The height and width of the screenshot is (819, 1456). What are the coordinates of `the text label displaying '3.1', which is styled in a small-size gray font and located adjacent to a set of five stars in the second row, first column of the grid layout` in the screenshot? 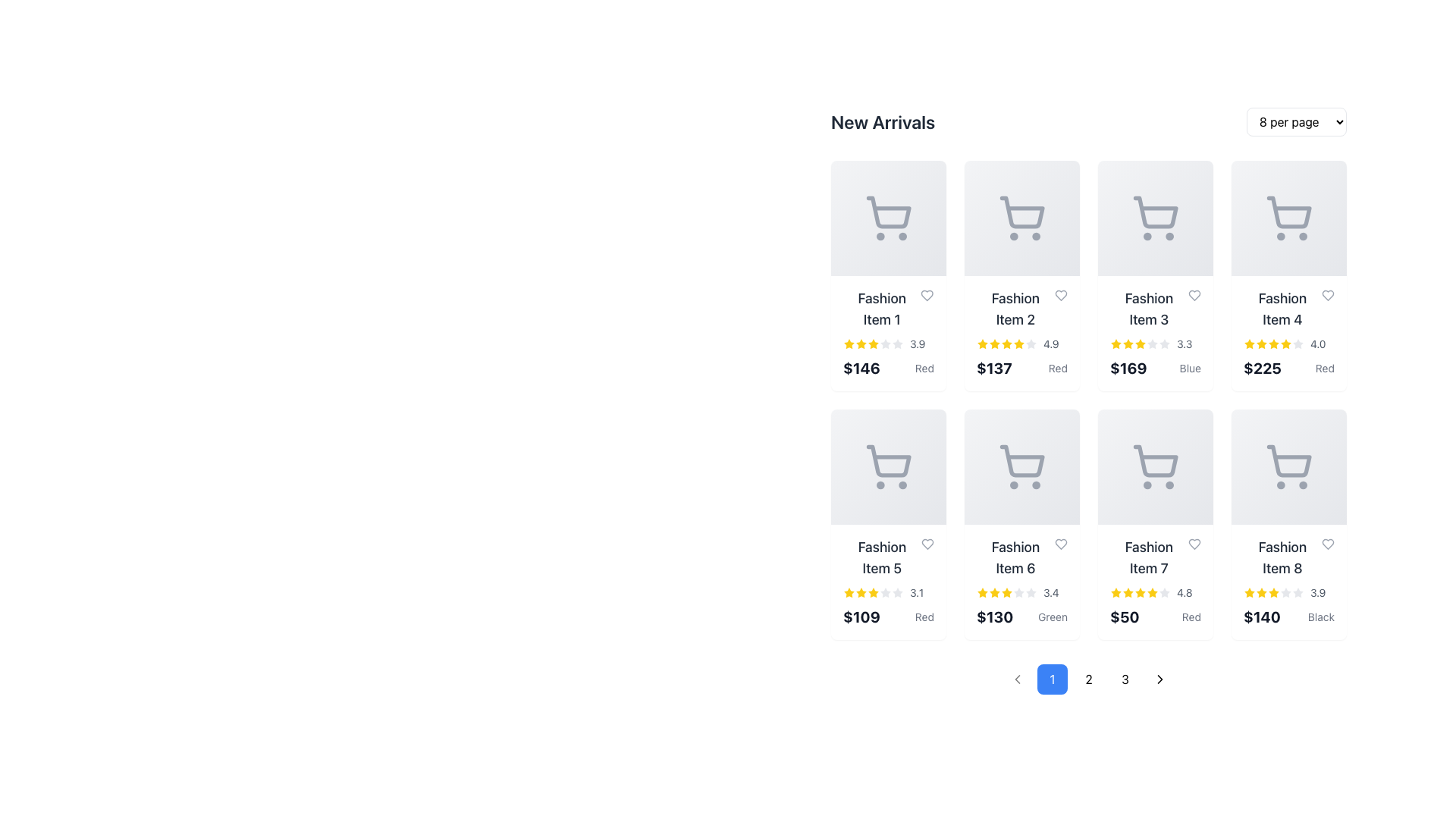 It's located at (916, 592).